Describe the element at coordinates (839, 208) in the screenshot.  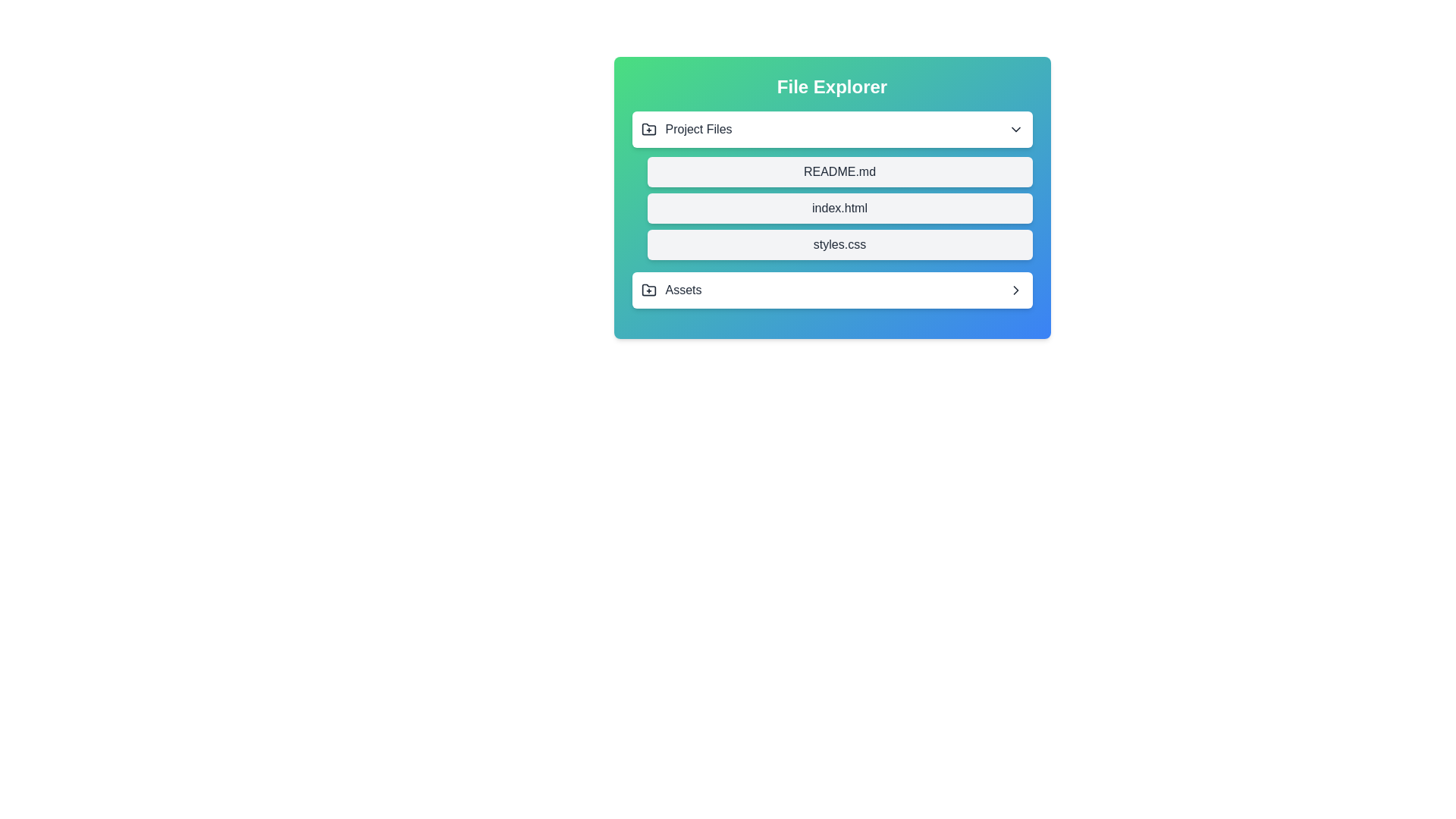
I see `the 'index.html' File entry button located in the 'Project Files' section of the File Explorer card` at that location.